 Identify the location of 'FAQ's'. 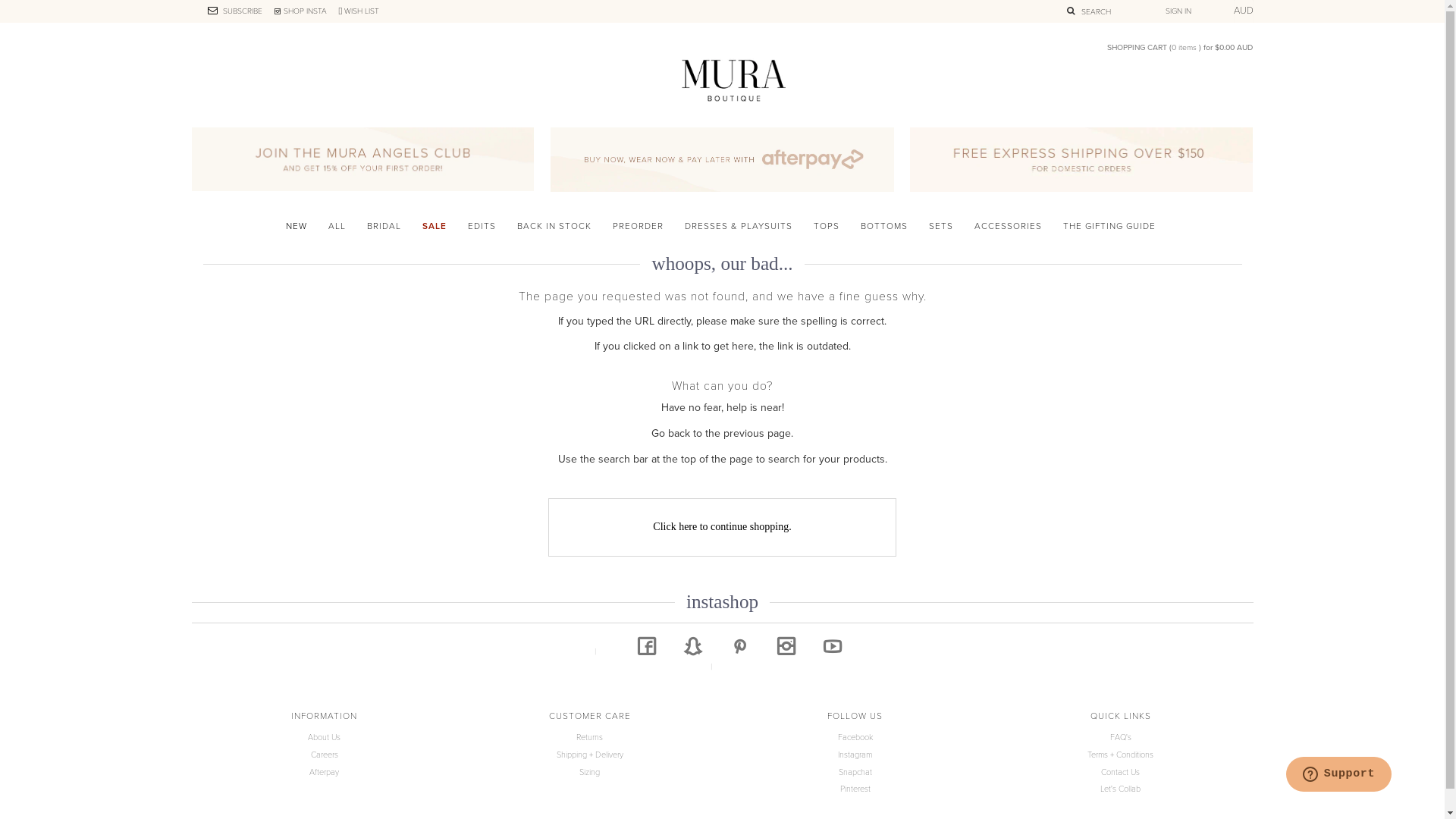
(1121, 736).